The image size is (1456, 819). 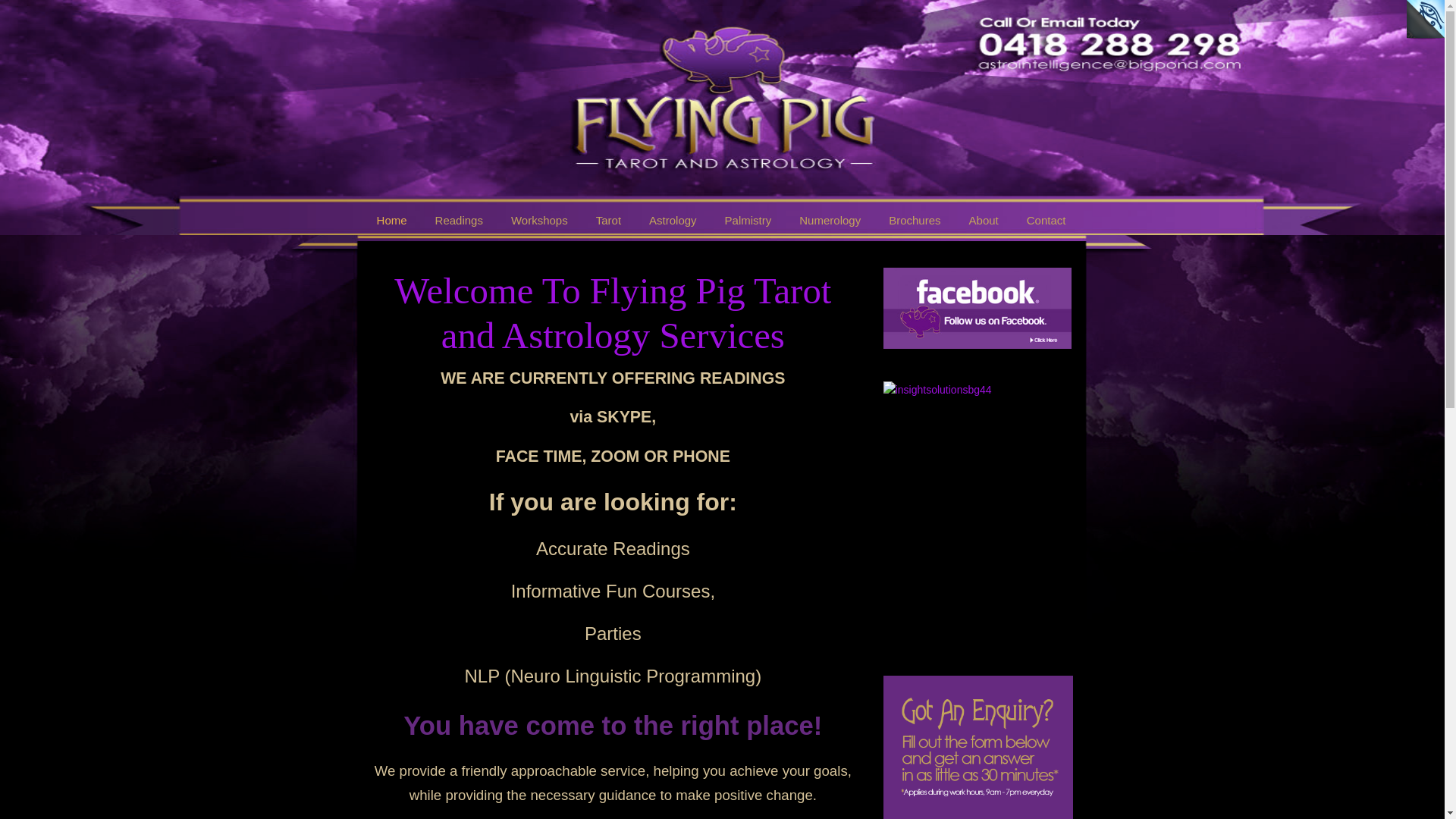 What do you see at coordinates (829, 220) in the screenshot?
I see `'Numerology'` at bounding box center [829, 220].